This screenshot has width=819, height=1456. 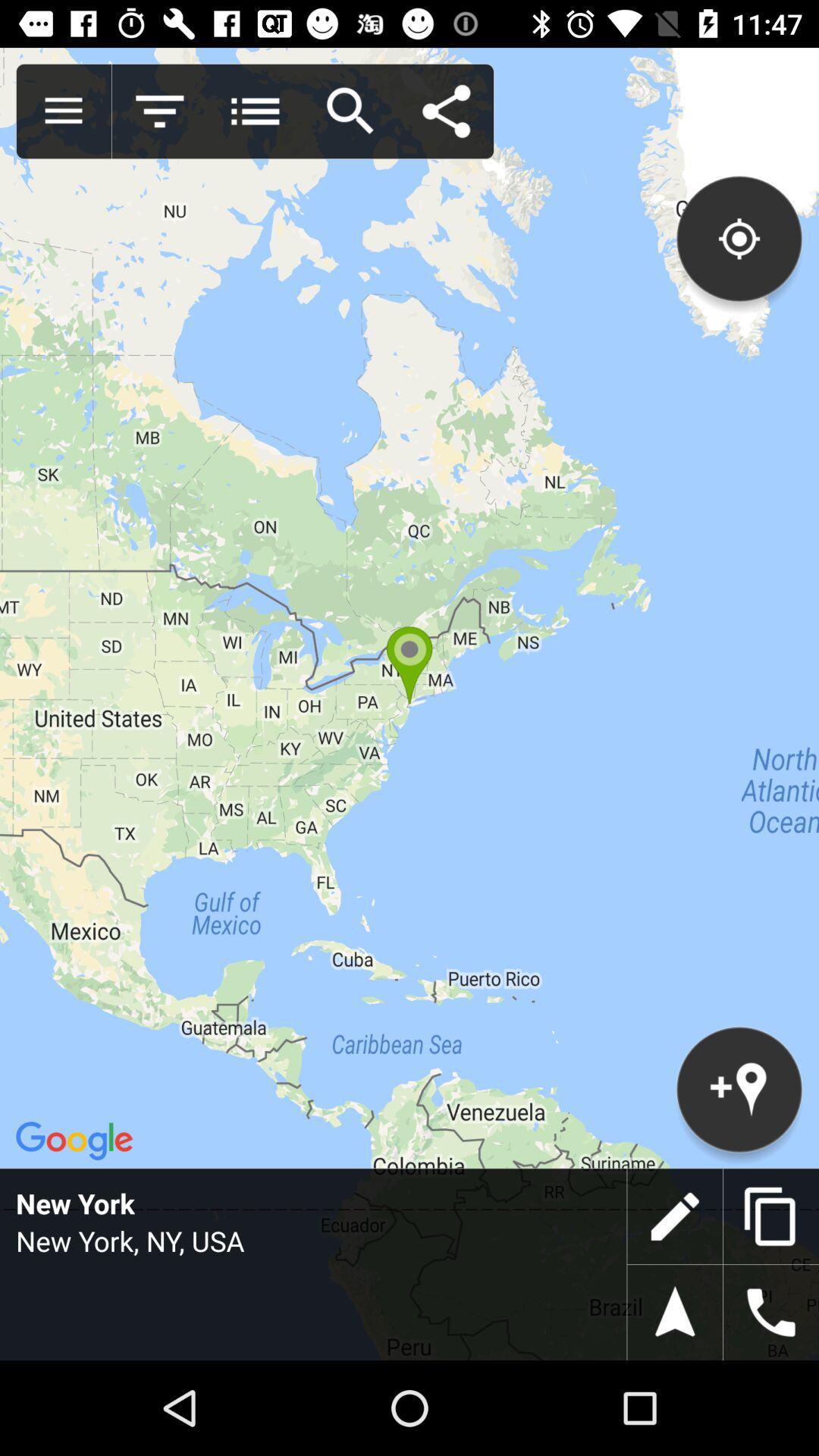 What do you see at coordinates (63, 111) in the screenshot?
I see `expand menu options` at bounding box center [63, 111].